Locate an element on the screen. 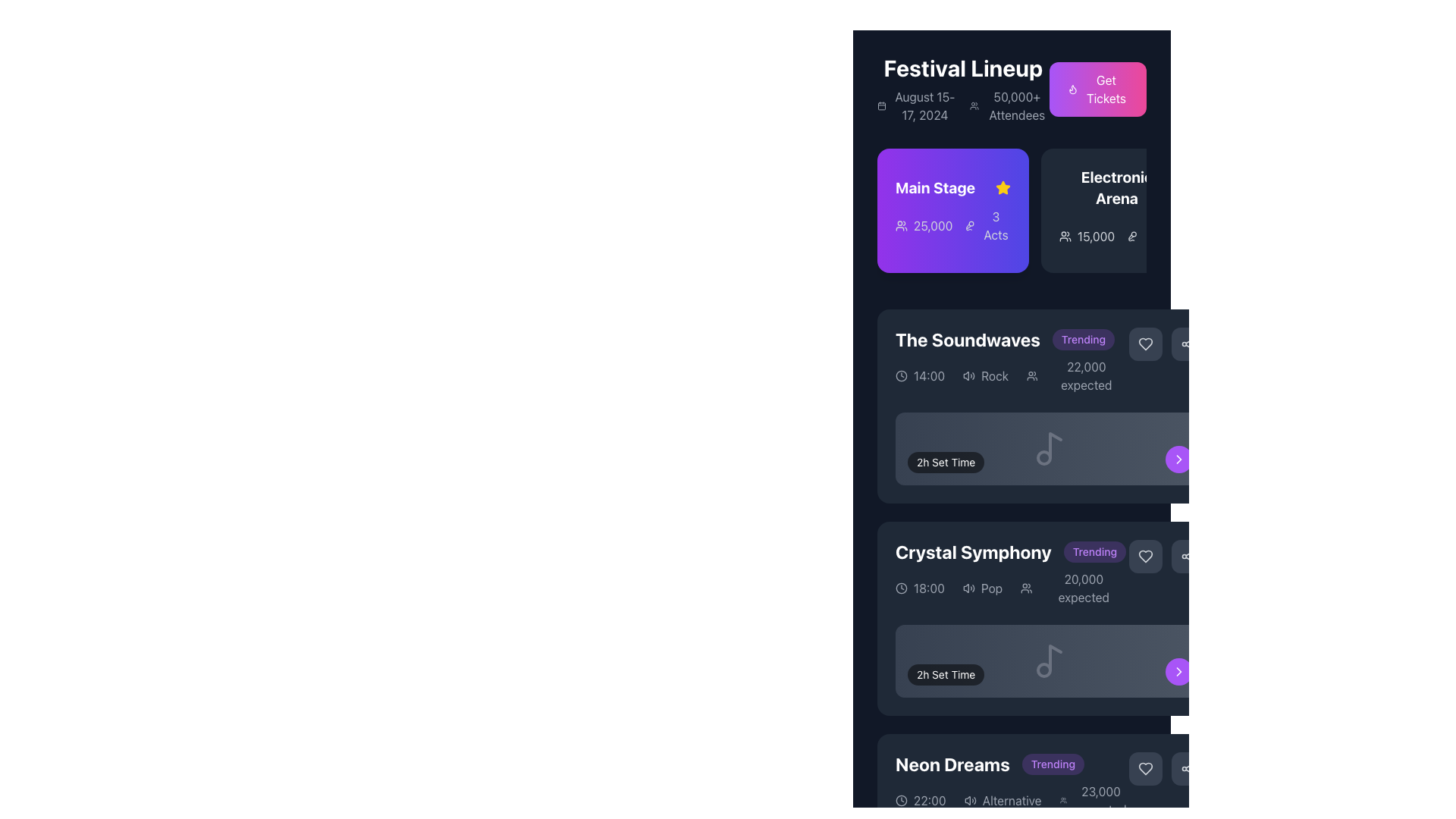  the decorative musical icon associated with the 'Crystal Symphony' event, positioned near the right side of the '2h Set Time' label is located at coordinates (1049, 660).